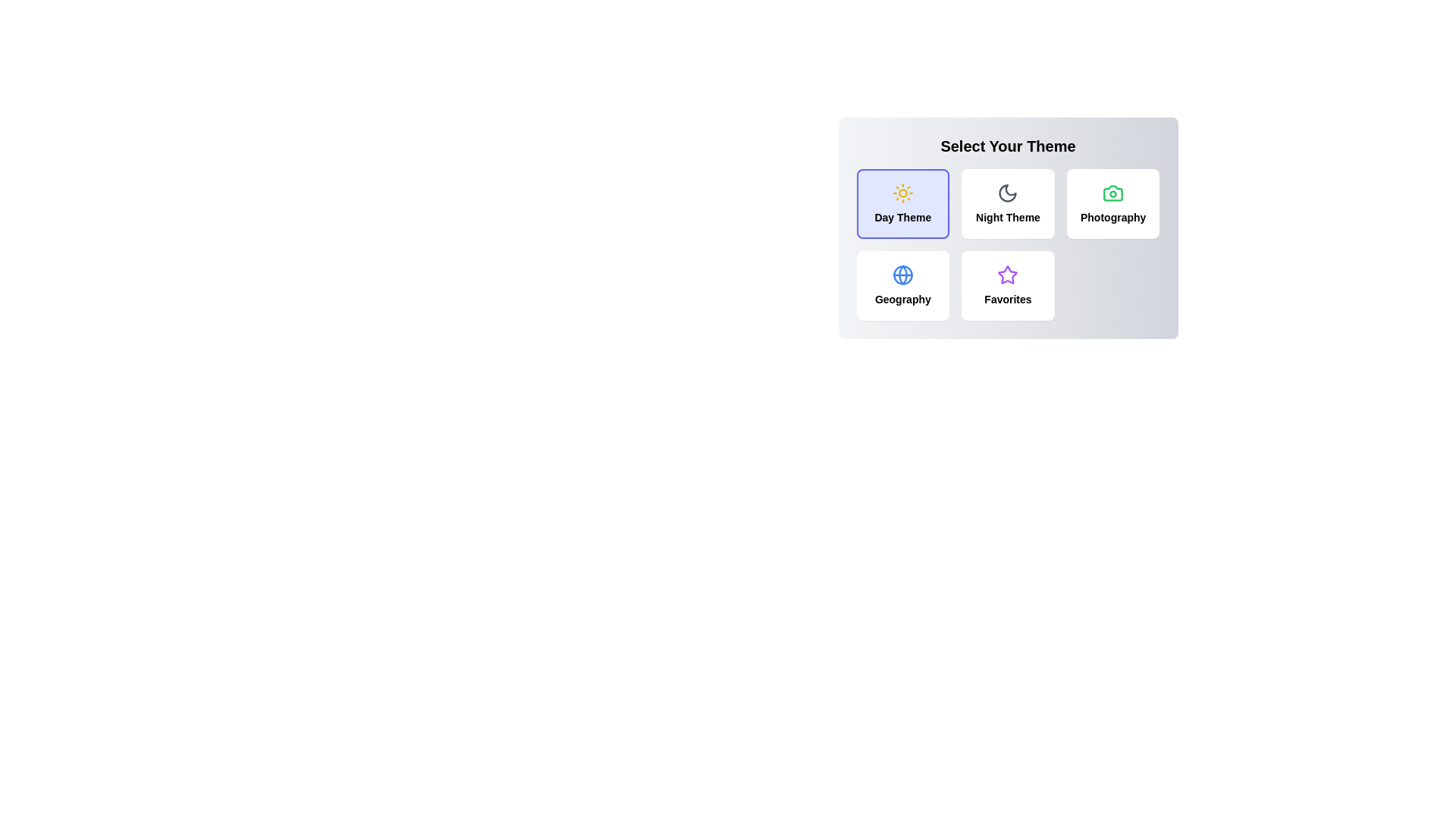  What do you see at coordinates (1008, 275) in the screenshot?
I see `the star-shaped graphic with a purple outline located in the lower-right tile labeled 'Favorites' within the theme selection area` at bounding box center [1008, 275].